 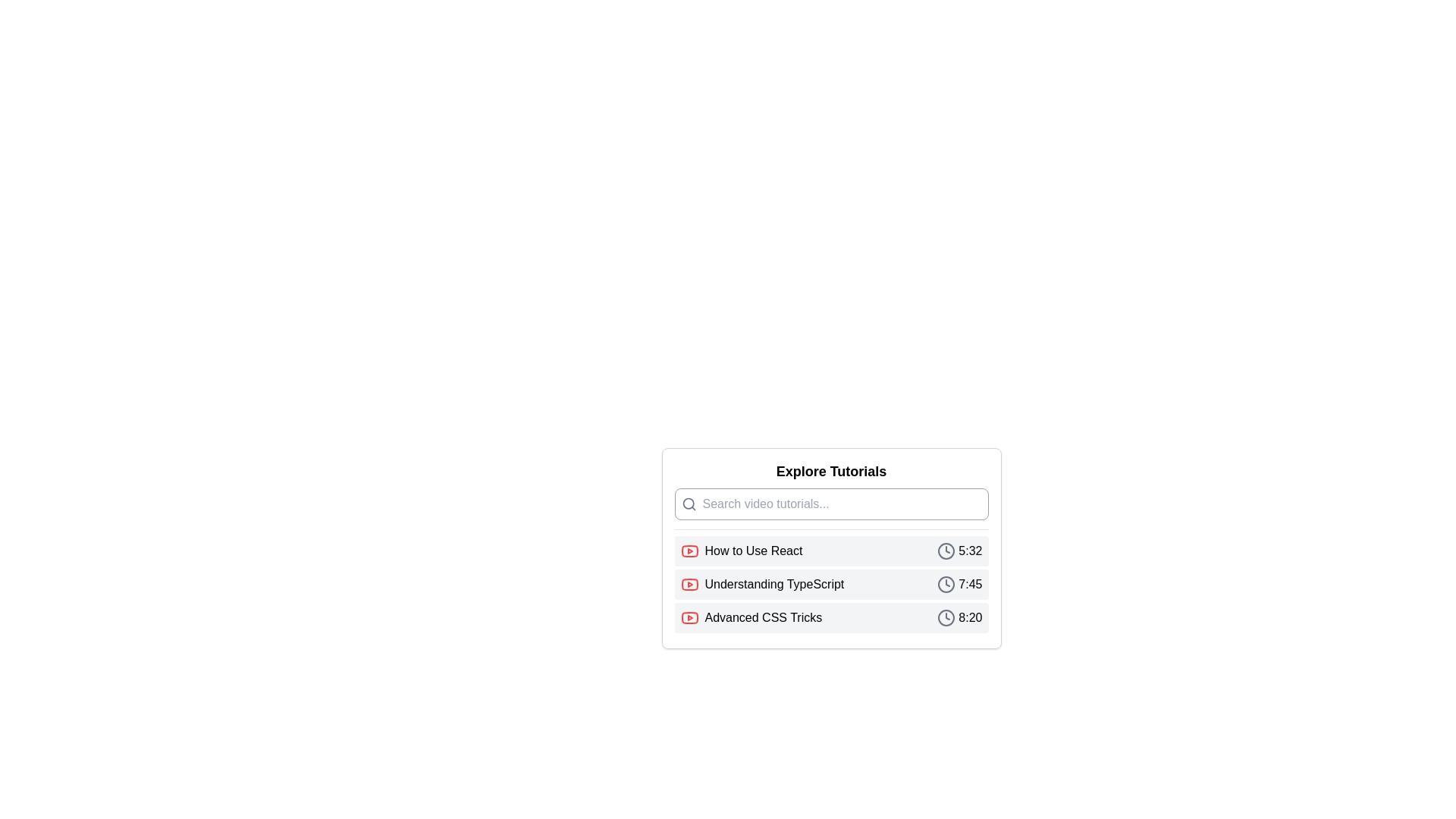 What do you see at coordinates (830, 548) in the screenshot?
I see `the first Clickable List Item titled 'How to Use React'` at bounding box center [830, 548].